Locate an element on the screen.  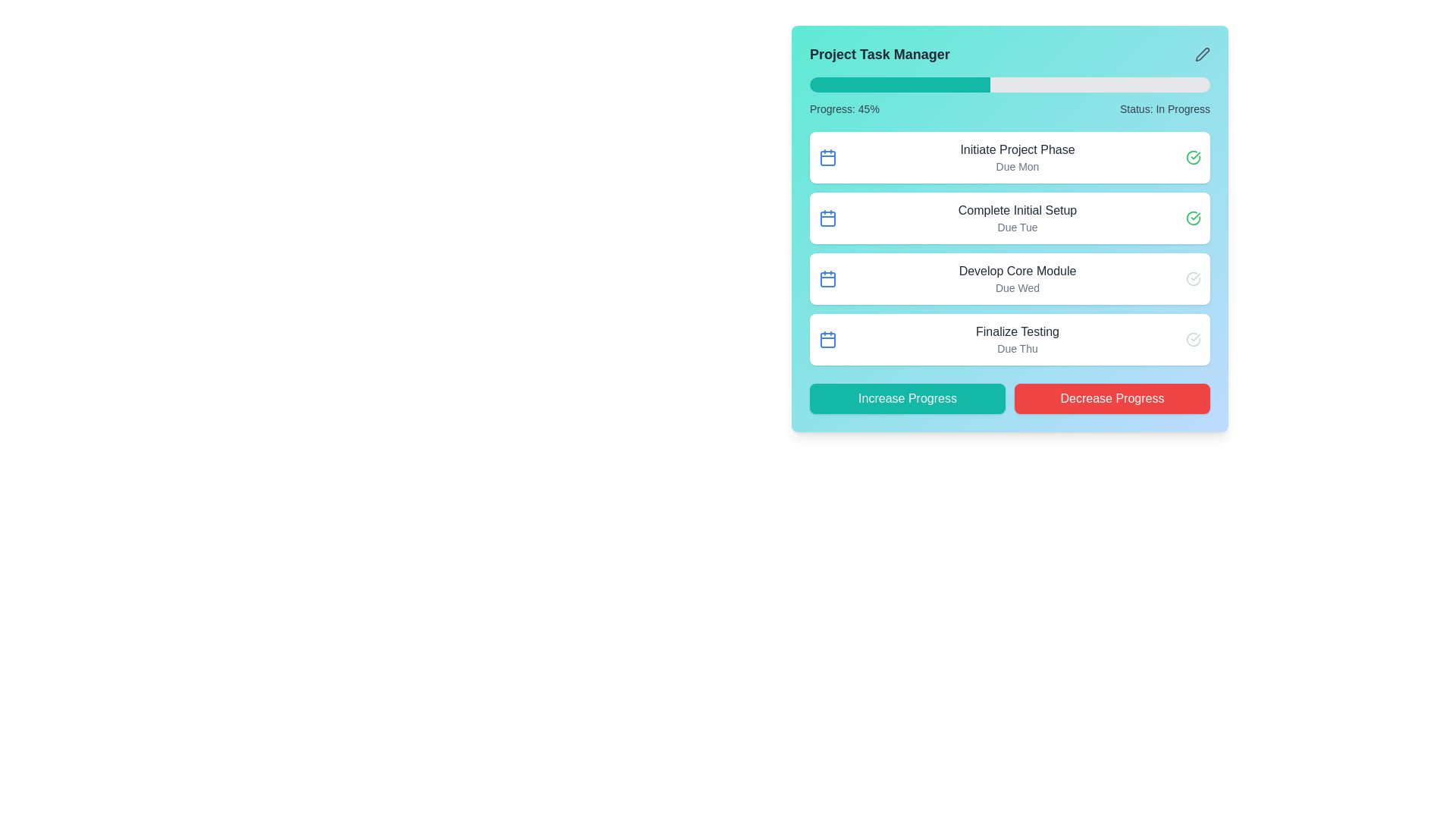
the progress bar located near the top of the 'Project Task Manager' panel, characterized by its gray background and filled teal segment is located at coordinates (1009, 84).